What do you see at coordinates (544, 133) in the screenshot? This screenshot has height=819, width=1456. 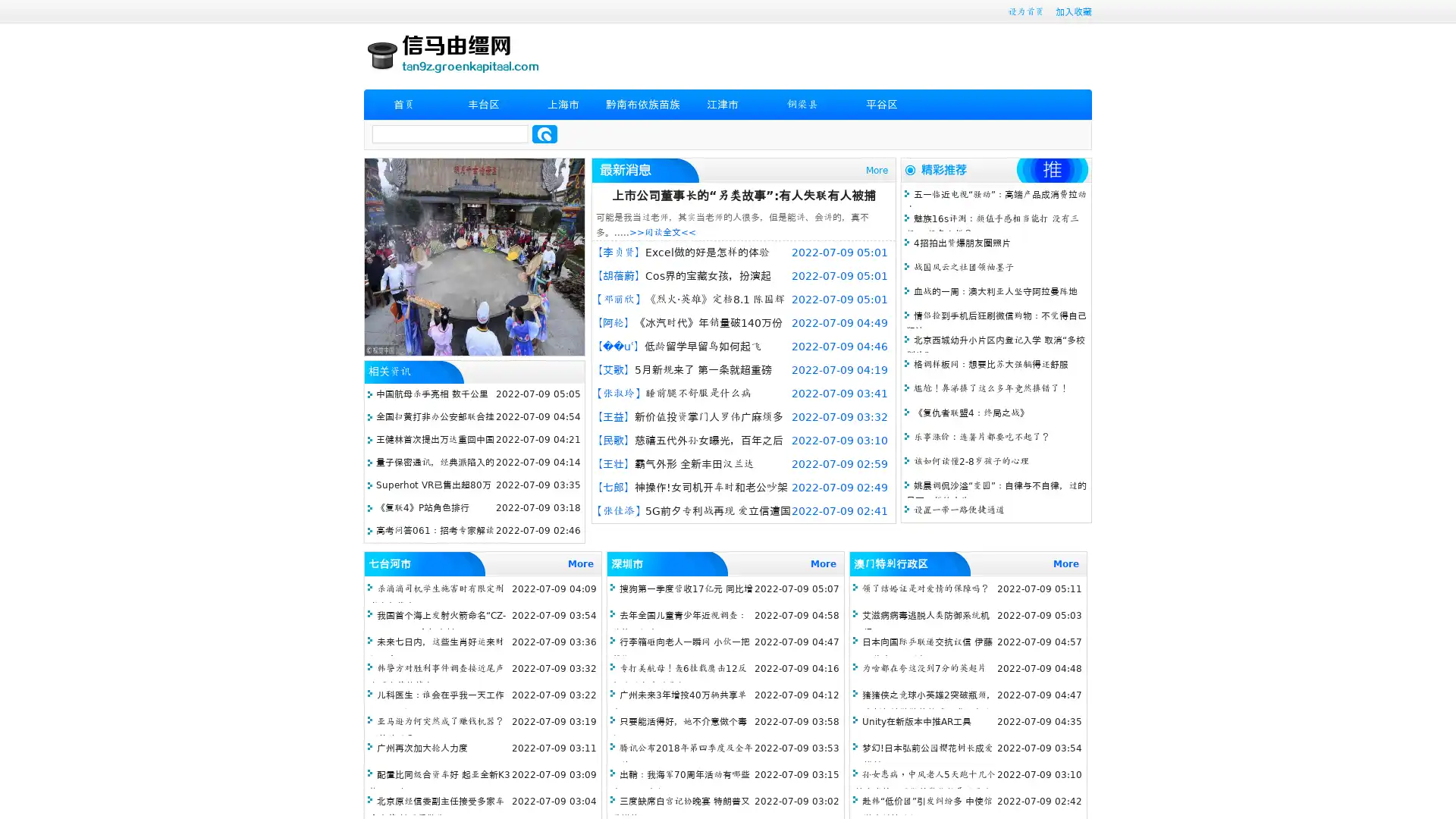 I see `Search` at bounding box center [544, 133].